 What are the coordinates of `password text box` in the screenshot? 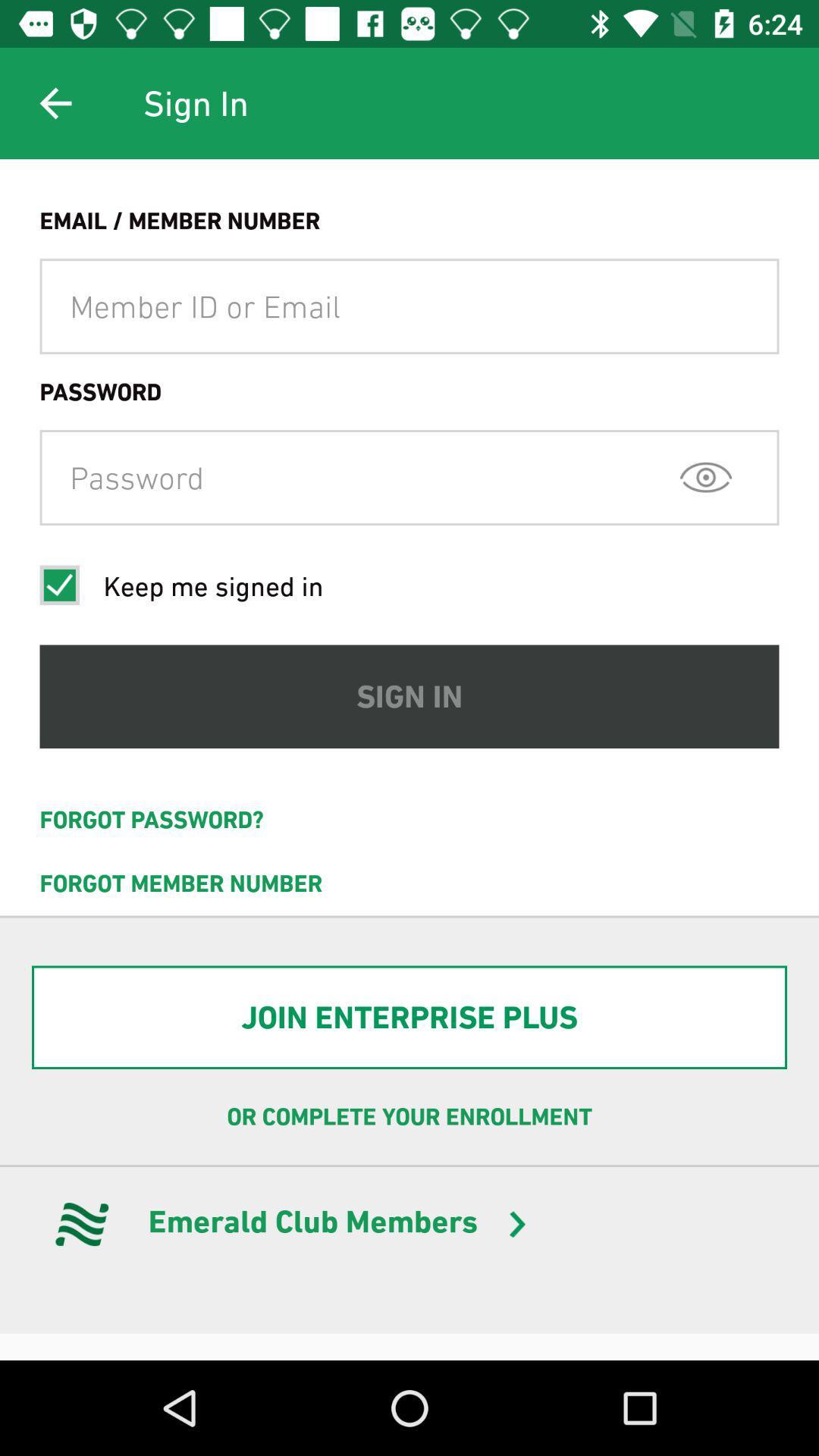 It's located at (409, 476).